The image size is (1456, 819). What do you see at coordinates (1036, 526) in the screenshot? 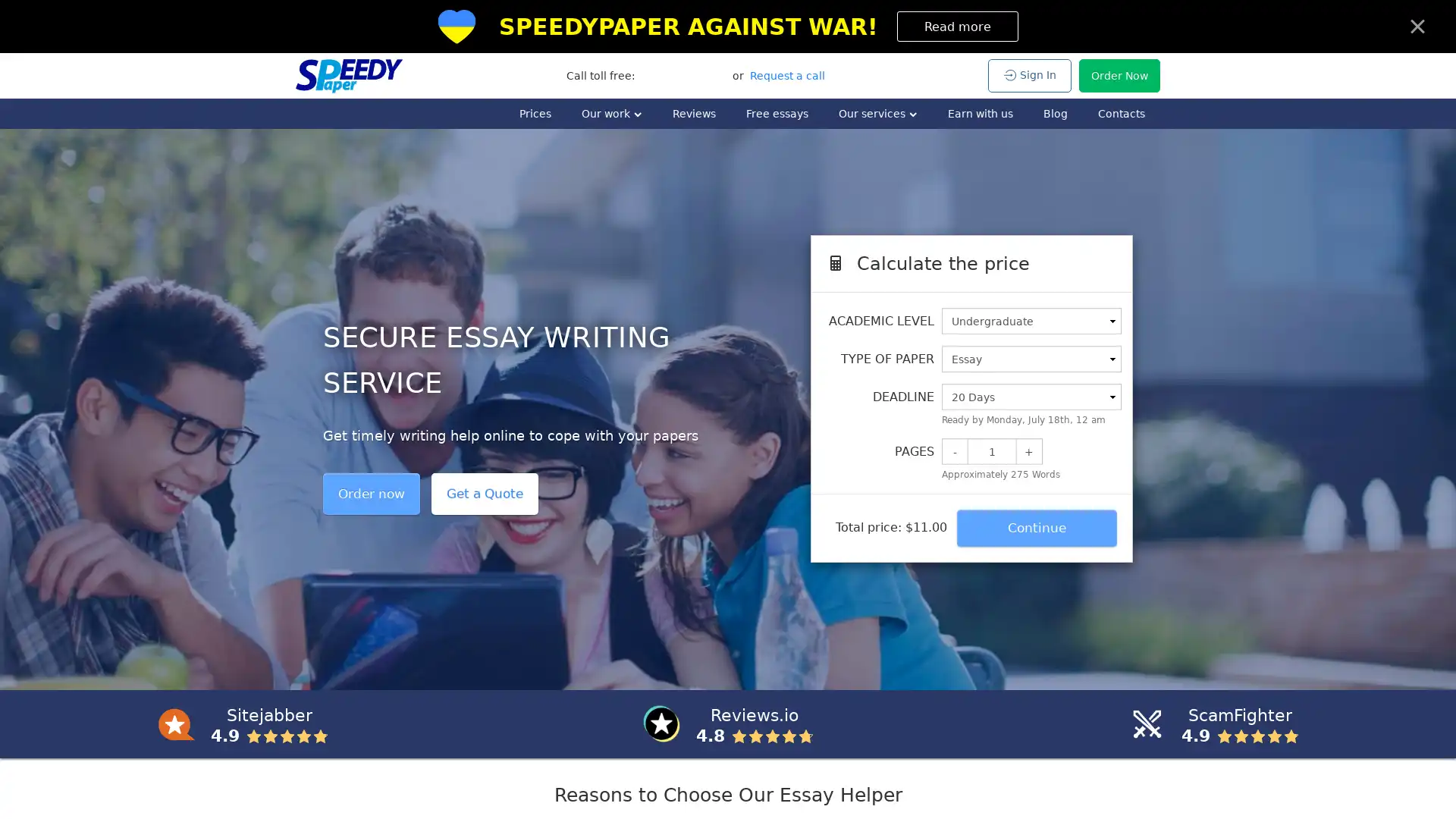
I see `Continue` at bounding box center [1036, 526].